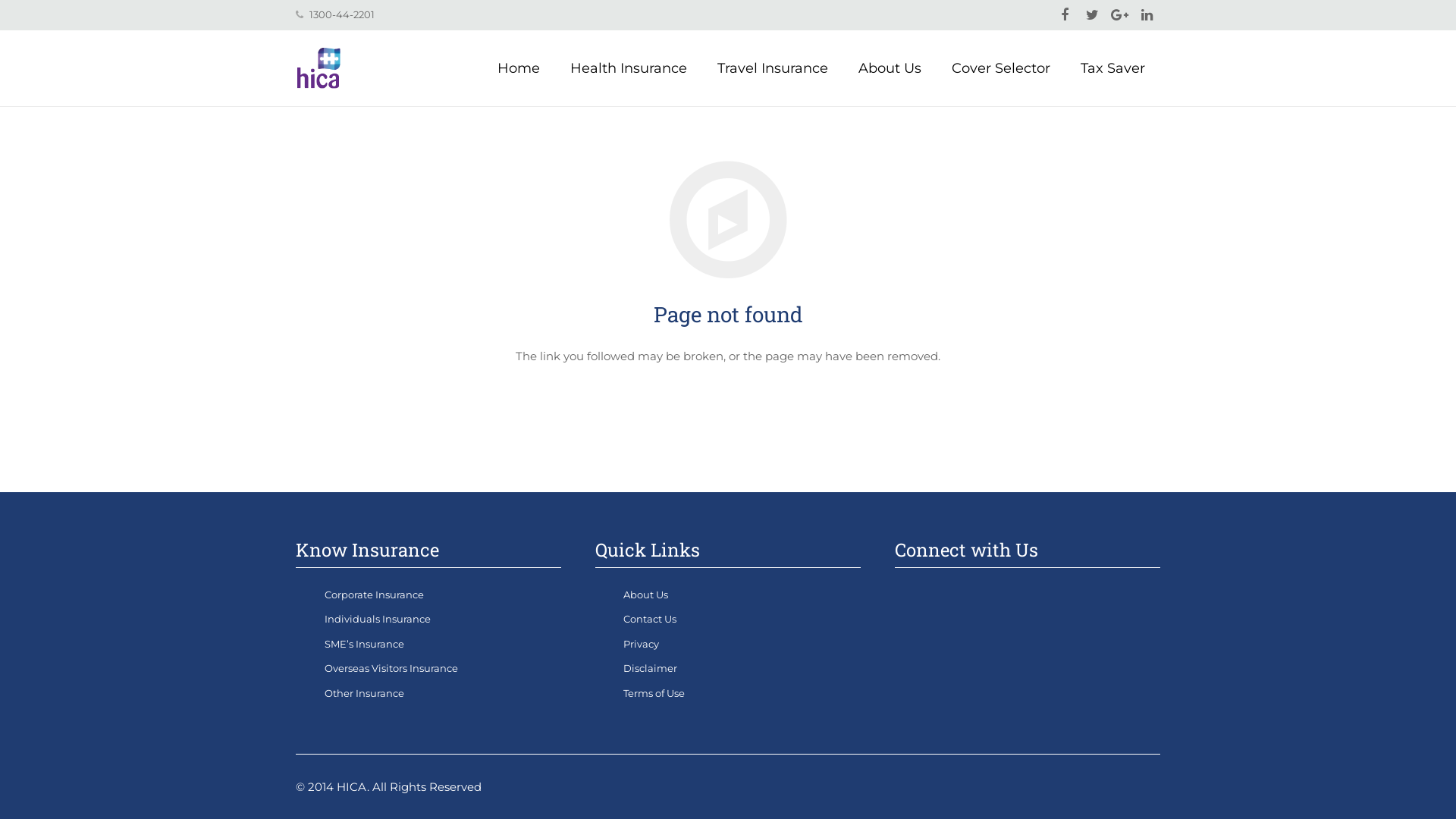  What do you see at coordinates (481, 67) in the screenshot?
I see `'Home'` at bounding box center [481, 67].